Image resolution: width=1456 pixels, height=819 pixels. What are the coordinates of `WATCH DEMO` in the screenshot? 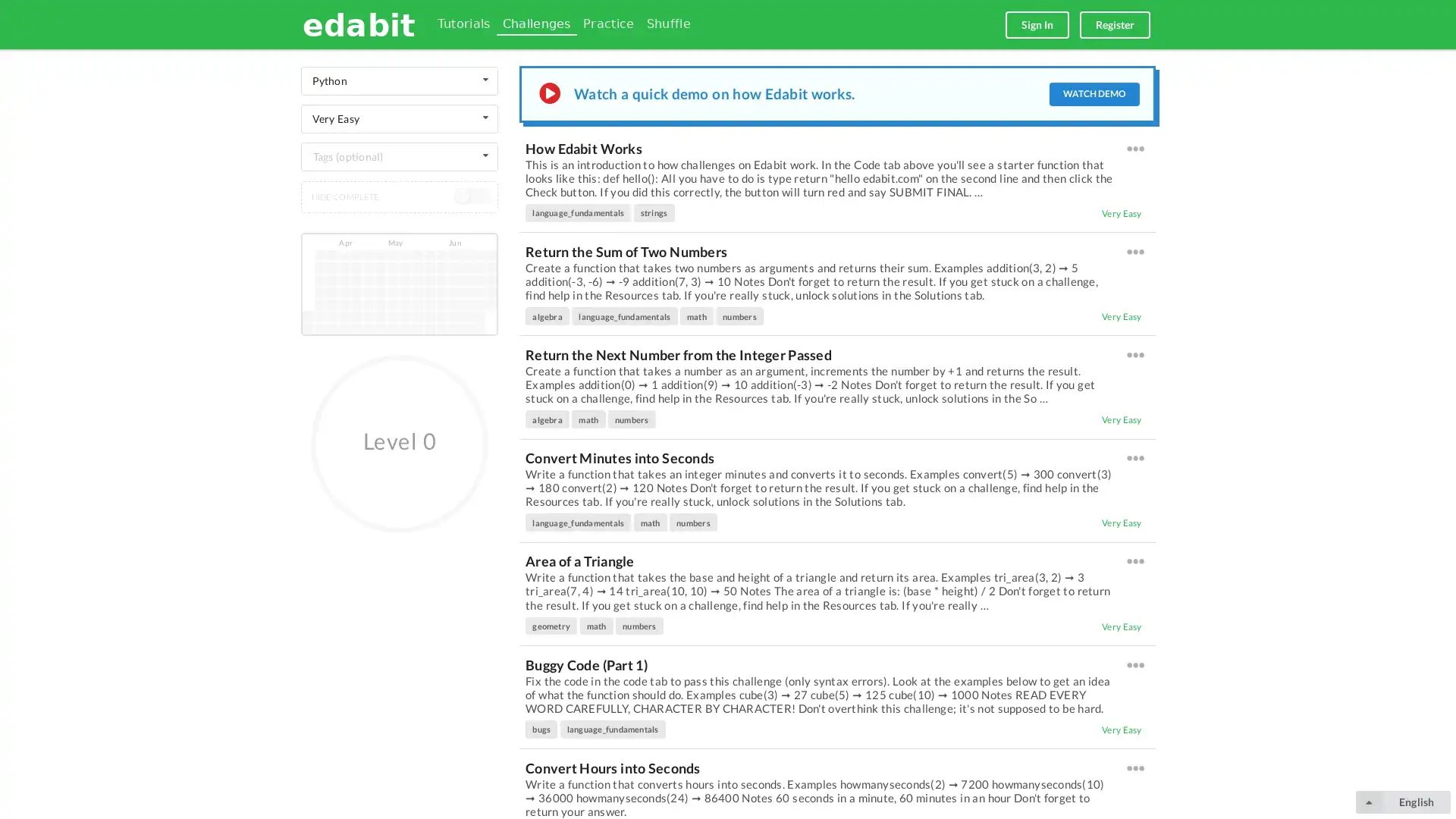 It's located at (1094, 93).